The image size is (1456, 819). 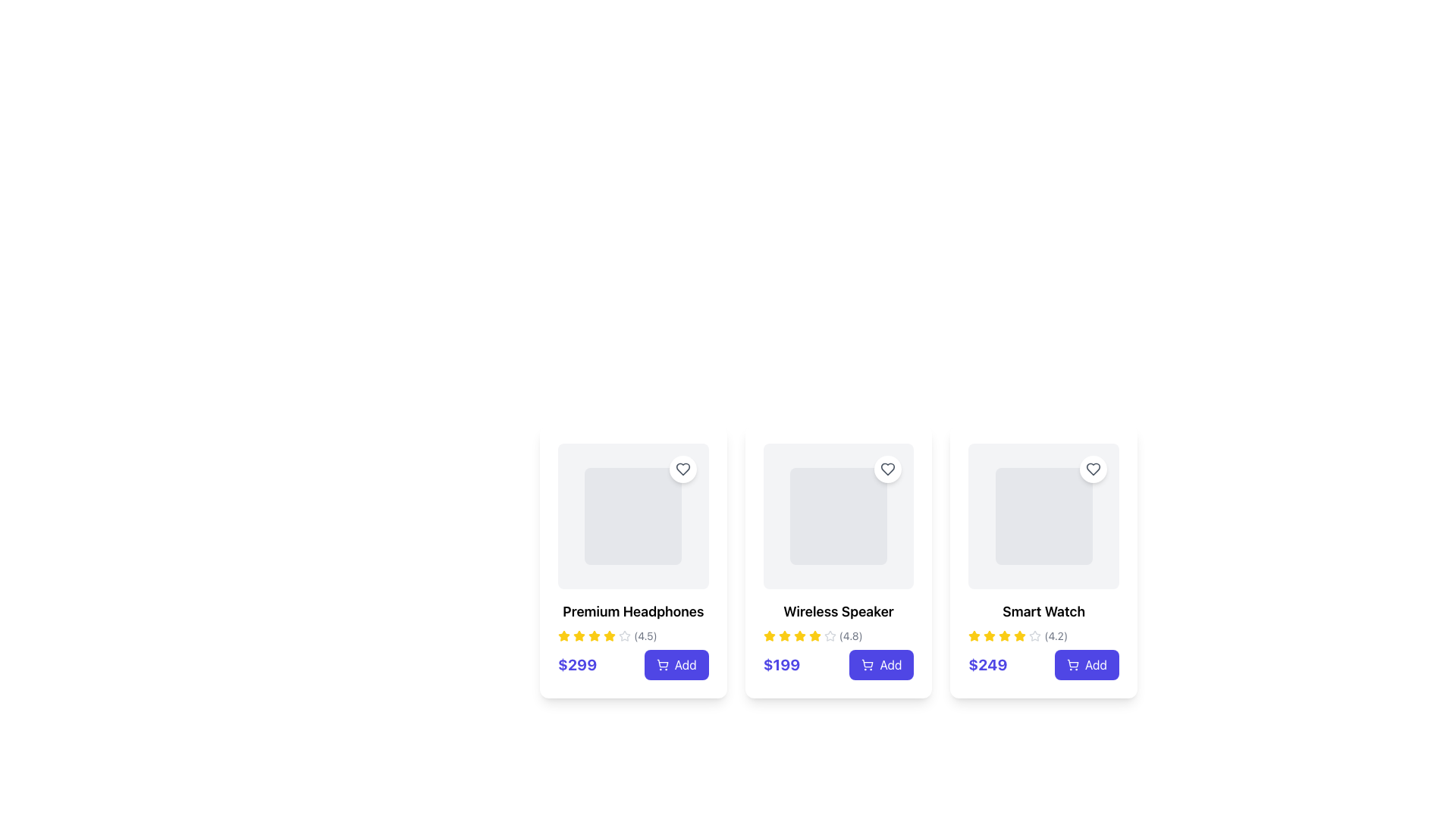 What do you see at coordinates (633, 516) in the screenshot?
I see `the central image placeholder within the leftmost card in the horizontally aligned group of cards` at bounding box center [633, 516].